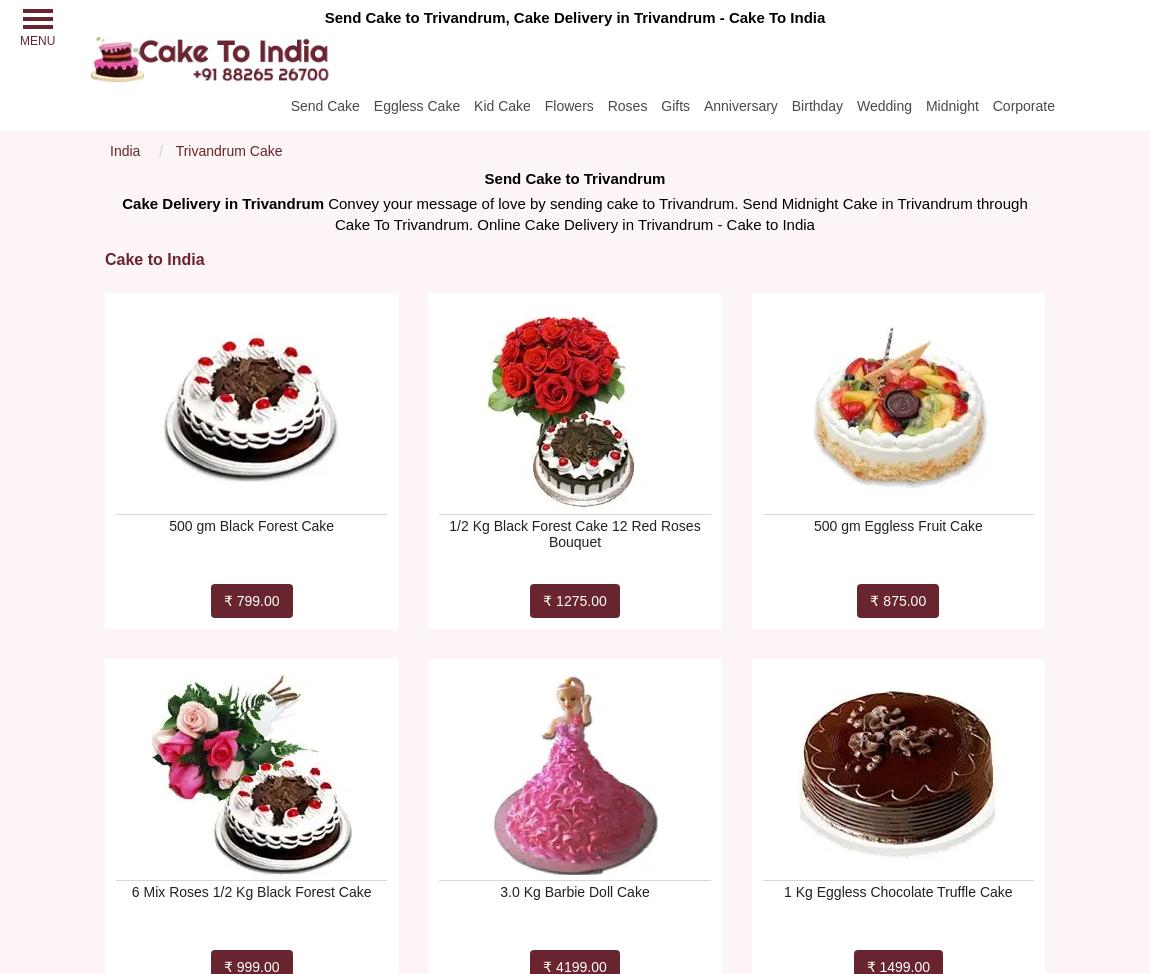 The width and height of the screenshot is (1150, 974). I want to click on 'Birthday', so click(815, 104).